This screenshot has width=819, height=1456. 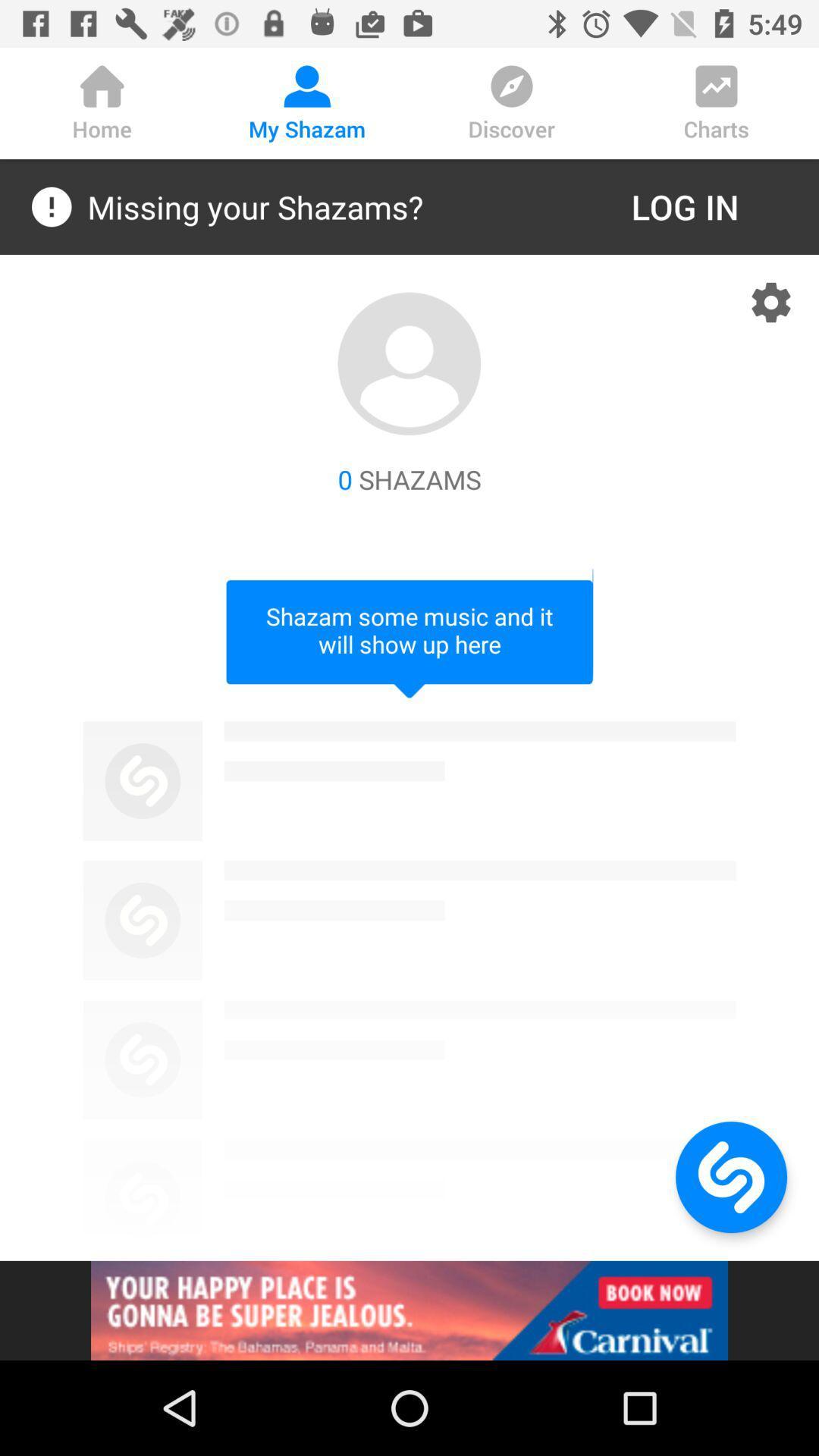 What do you see at coordinates (409, 364) in the screenshot?
I see `the avatar icon` at bounding box center [409, 364].